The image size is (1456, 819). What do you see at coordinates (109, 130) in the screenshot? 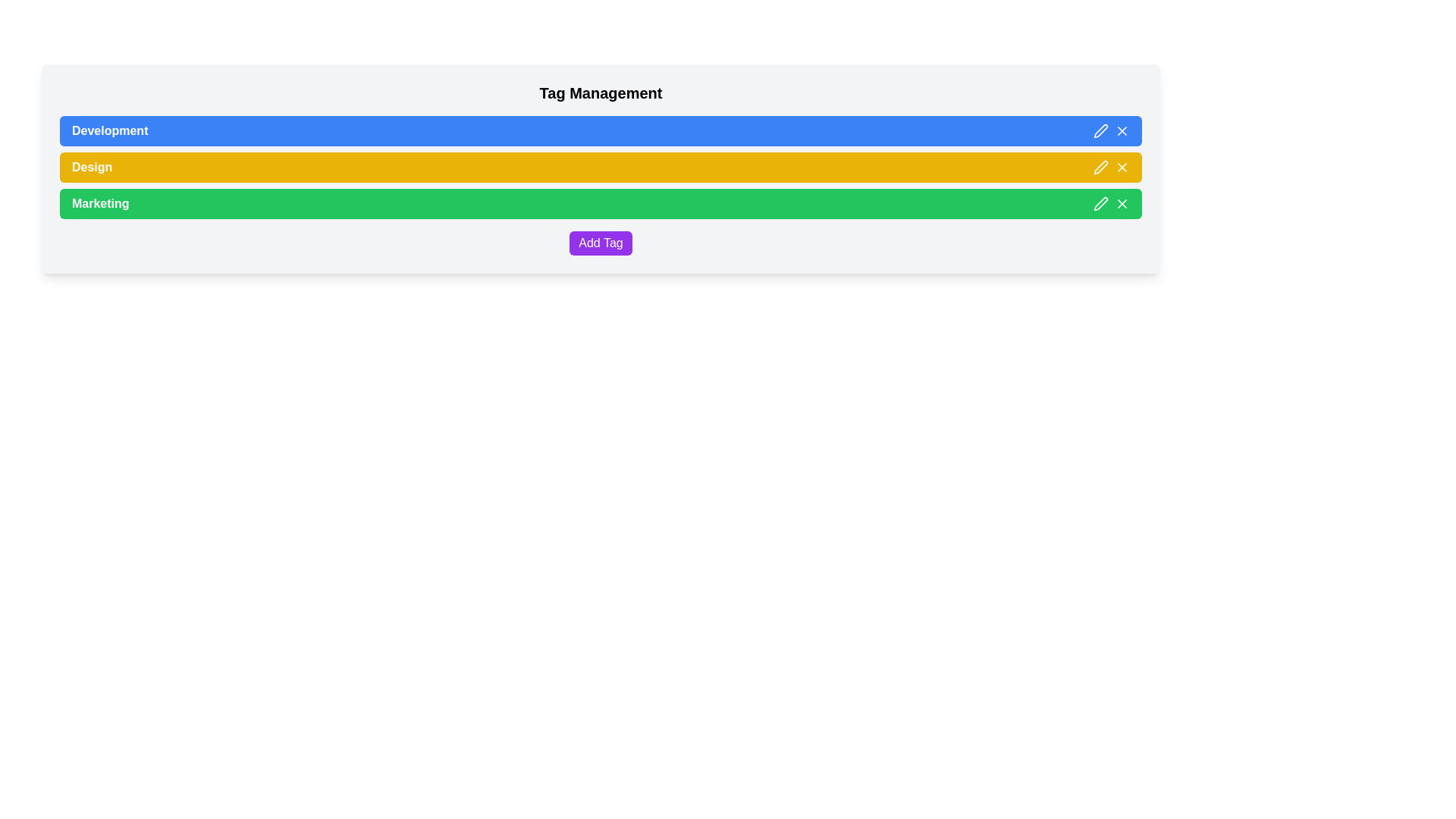
I see `the text label displaying 'Development' which has white text on a blue background, indicating its importance in the interface` at bounding box center [109, 130].